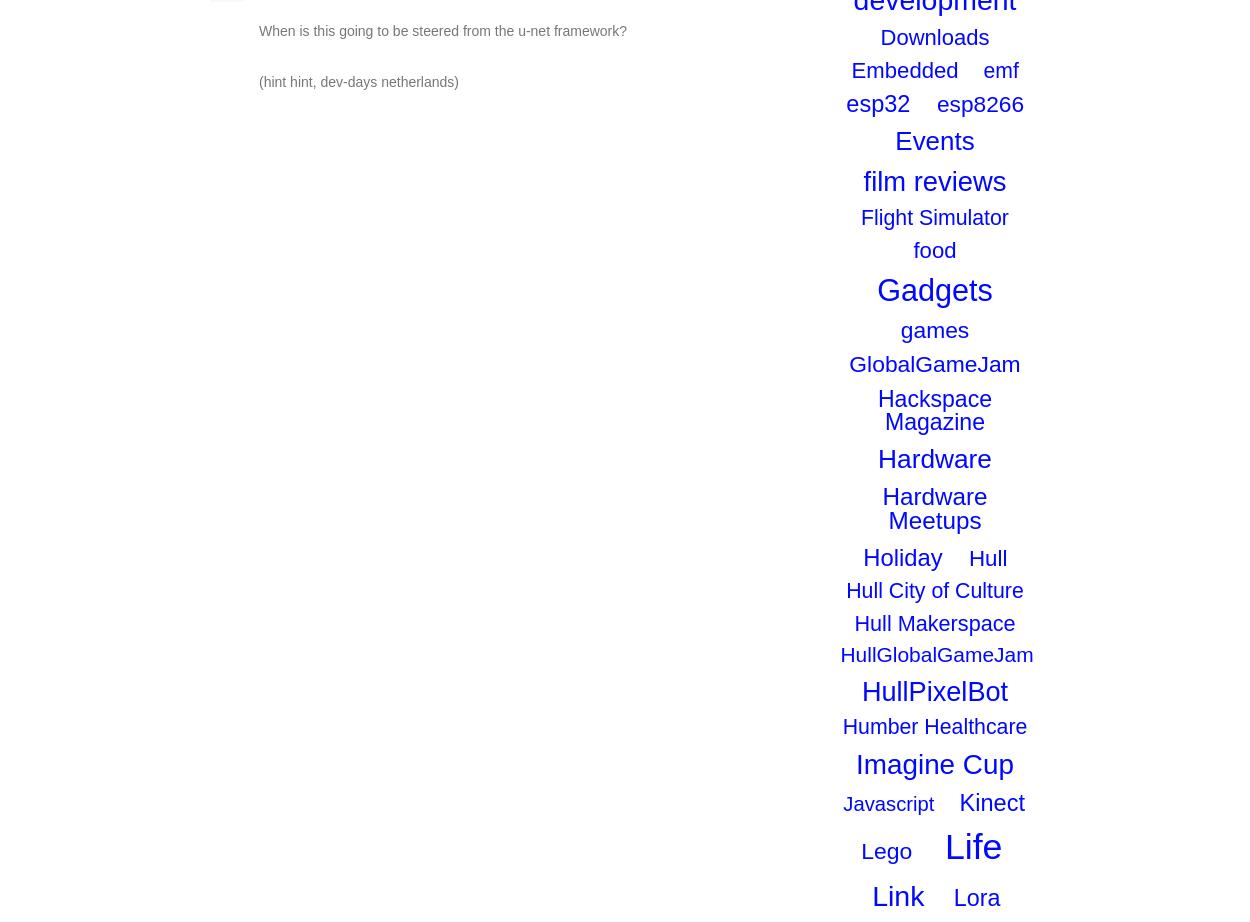 This screenshot has width=1250, height=922. What do you see at coordinates (934, 725) in the screenshot?
I see `'Humber Healthcare'` at bounding box center [934, 725].